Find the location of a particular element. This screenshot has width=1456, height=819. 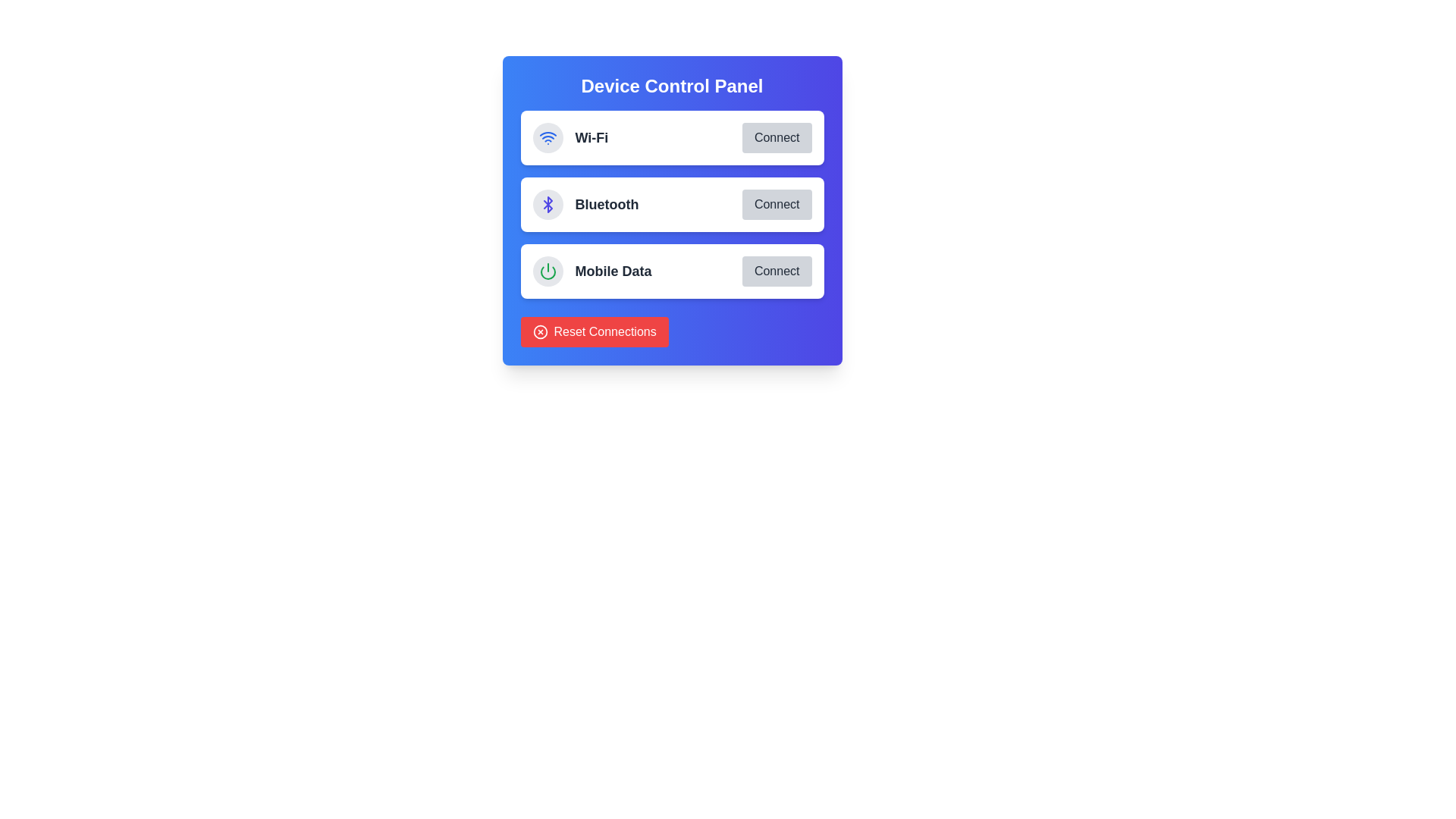

the small blue Bluetooth icon located to the left of the 'Bluetooth' label in the control panel interface is located at coordinates (547, 205).